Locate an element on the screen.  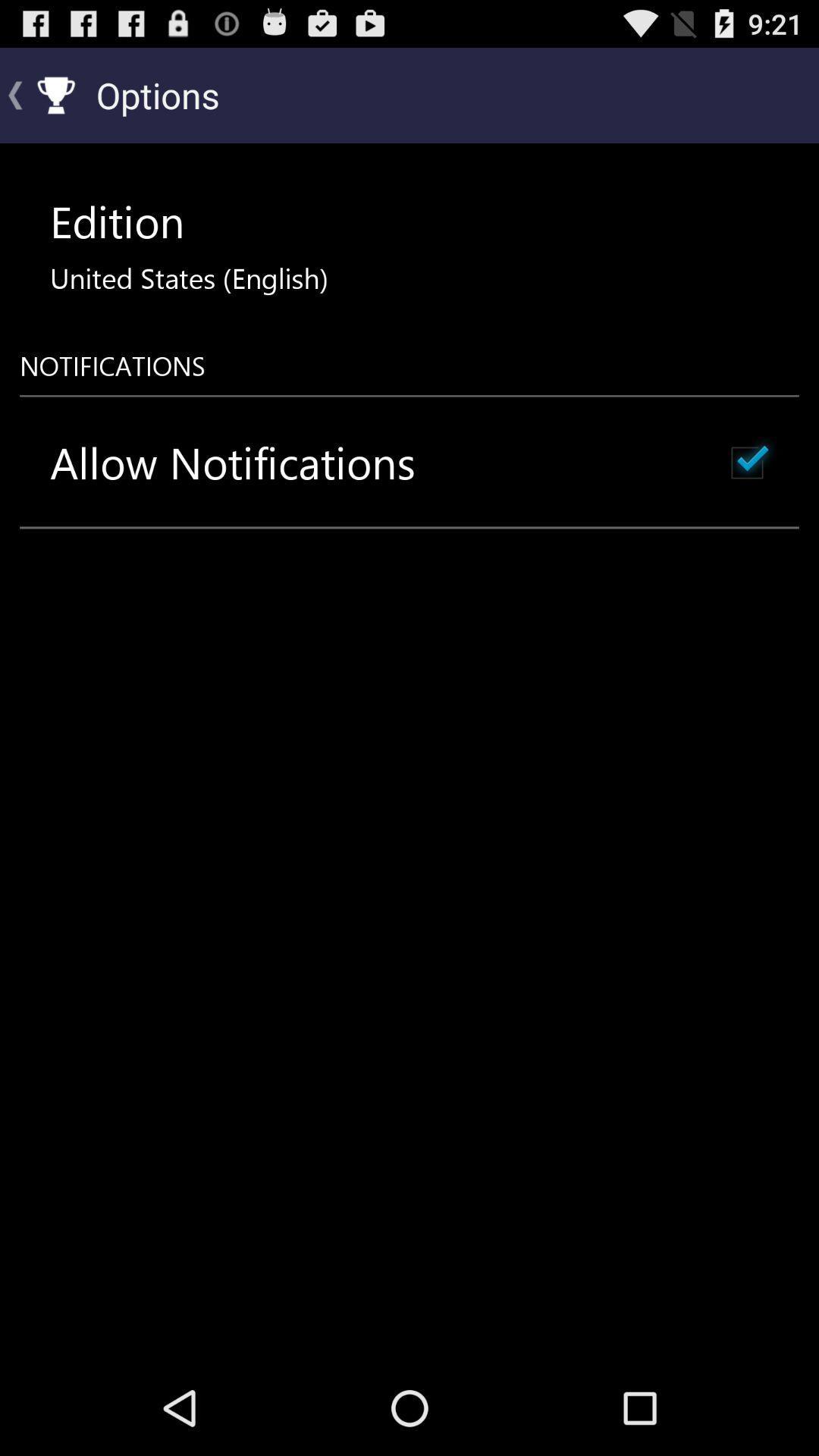
the allow notifications is located at coordinates (233, 462).